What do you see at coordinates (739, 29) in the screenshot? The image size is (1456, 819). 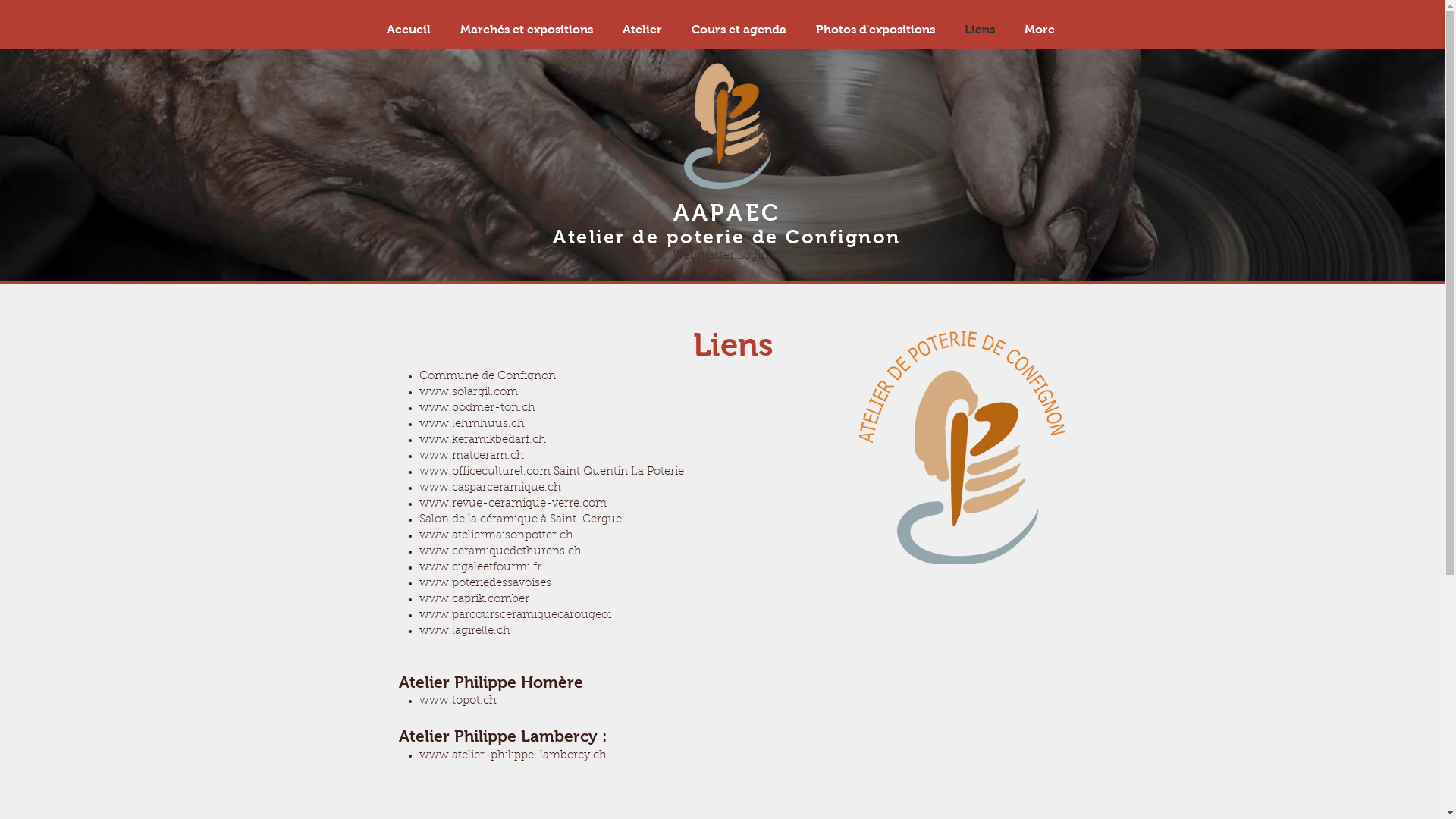 I see `'Cours et agenda'` at bounding box center [739, 29].